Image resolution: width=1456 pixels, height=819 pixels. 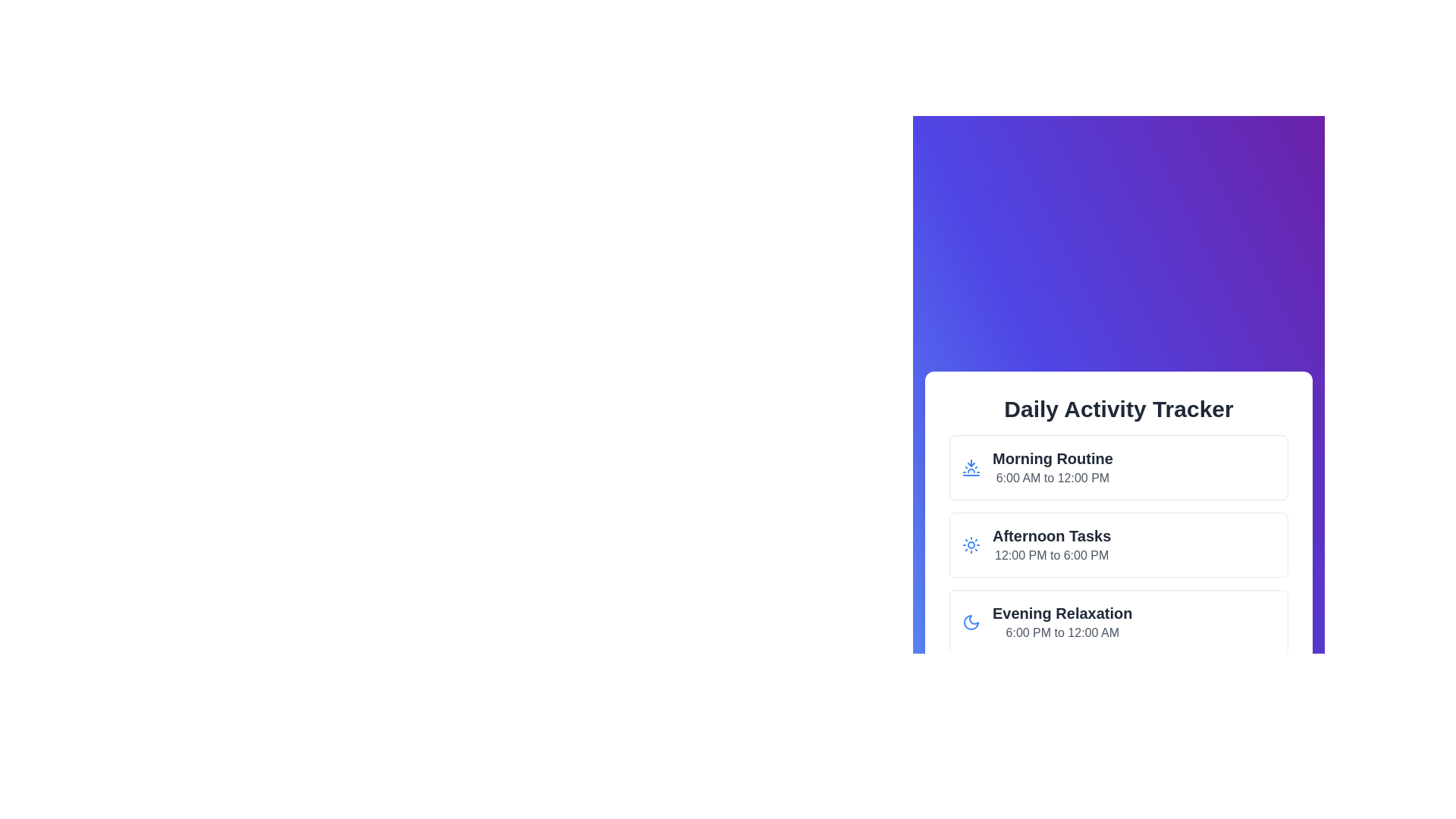 I want to click on the Text Label at the top of the card layout that serves as a descriptive title for the content within the card, so click(x=1119, y=409).